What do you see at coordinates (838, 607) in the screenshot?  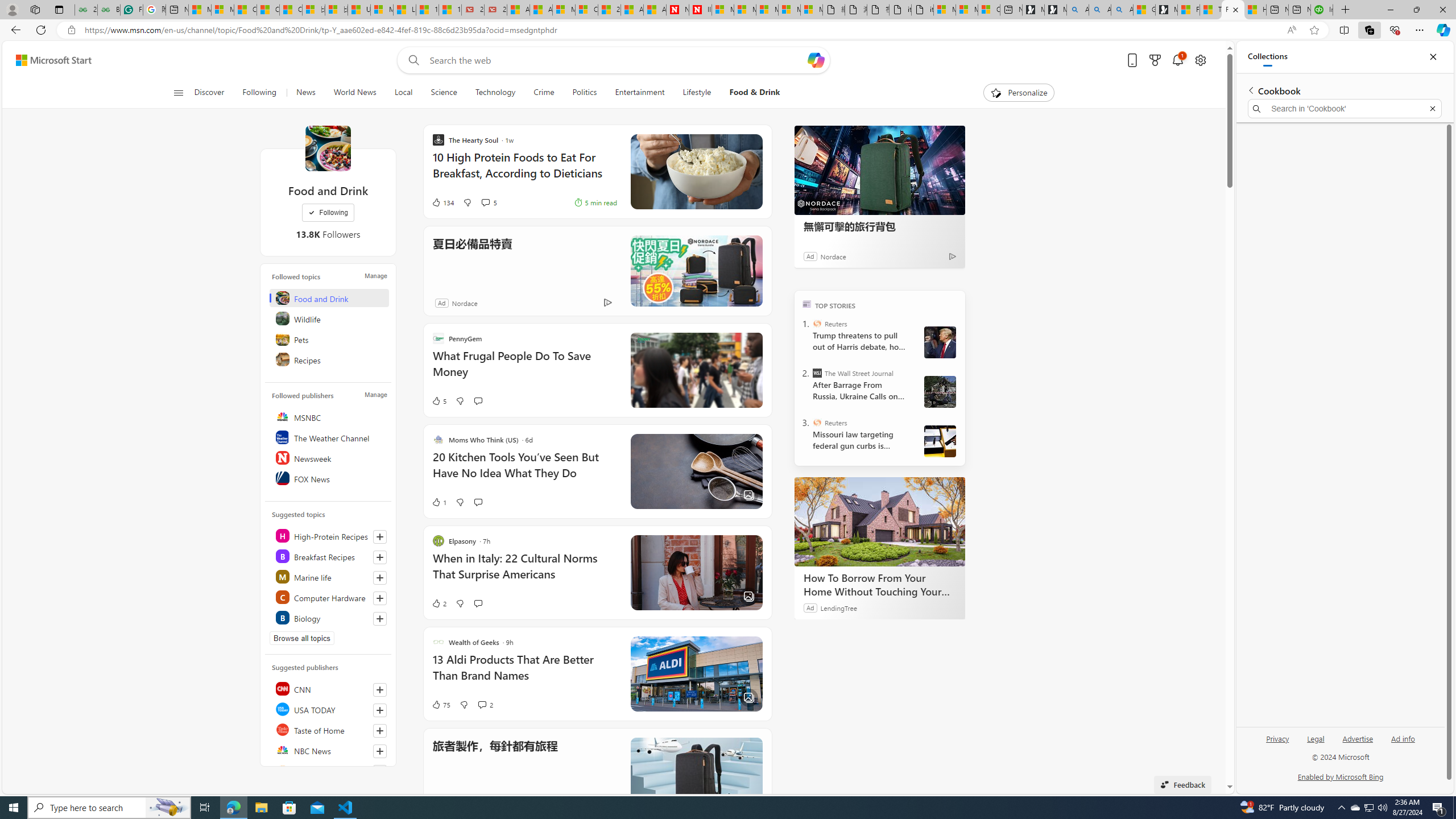 I see `'LendingTree'` at bounding box center [838, 607].